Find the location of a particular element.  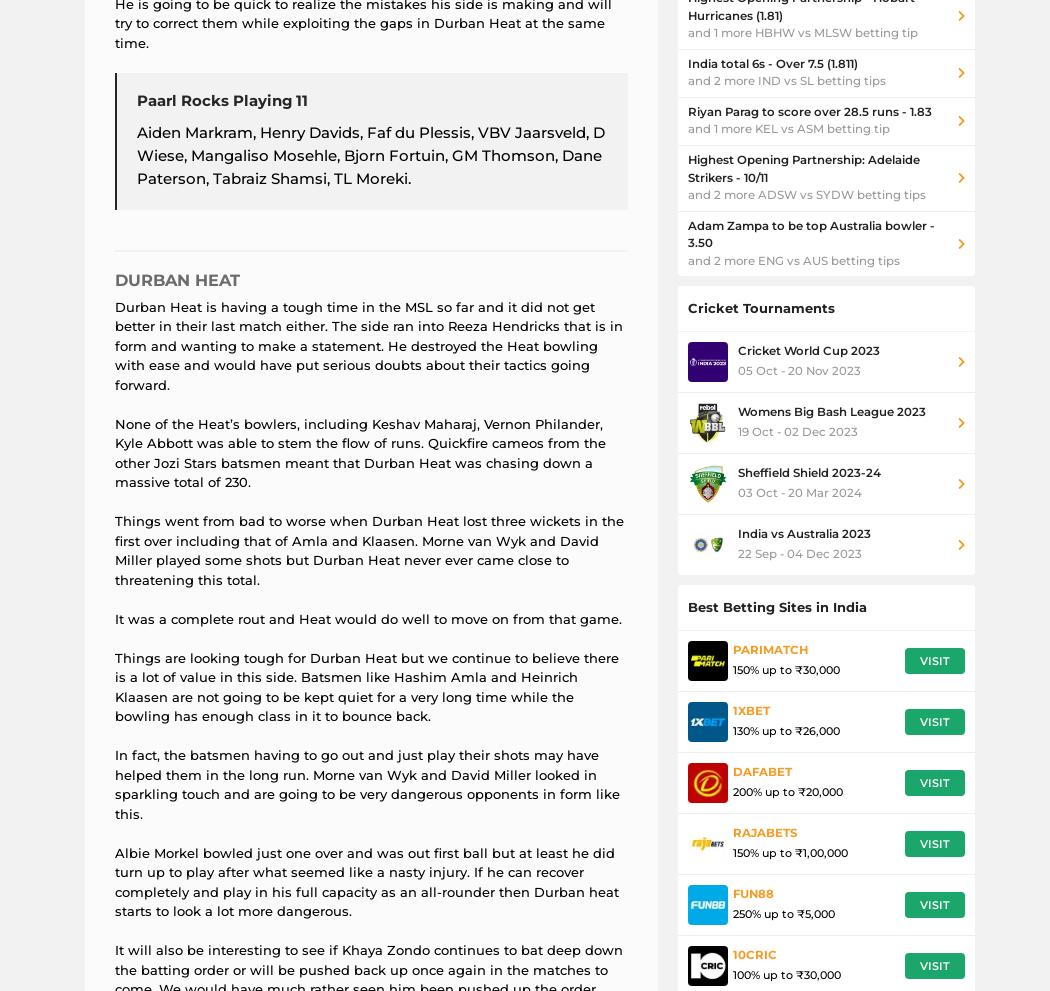

'Things are looking tough for Durban Heat but we continue to believe there is a lot of value in this side. Batsmen like Hashim Amla and Heinrich Klaasen are not going to be kept quiet for a very long time while the bowling has enough class in it to bounce back.' is located at coordinates (113, 686).